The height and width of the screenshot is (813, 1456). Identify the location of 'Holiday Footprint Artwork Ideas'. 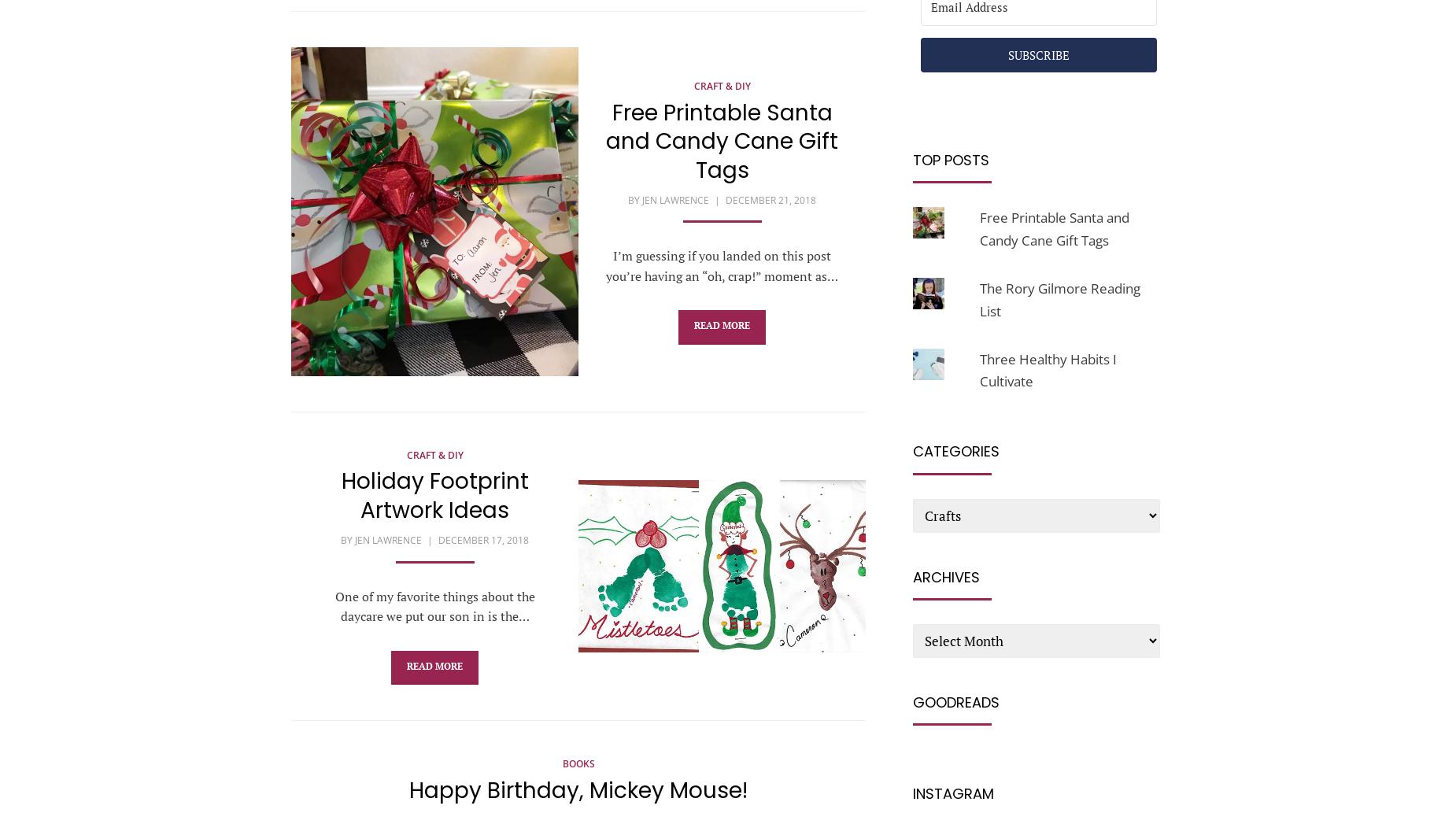
(434, 494).